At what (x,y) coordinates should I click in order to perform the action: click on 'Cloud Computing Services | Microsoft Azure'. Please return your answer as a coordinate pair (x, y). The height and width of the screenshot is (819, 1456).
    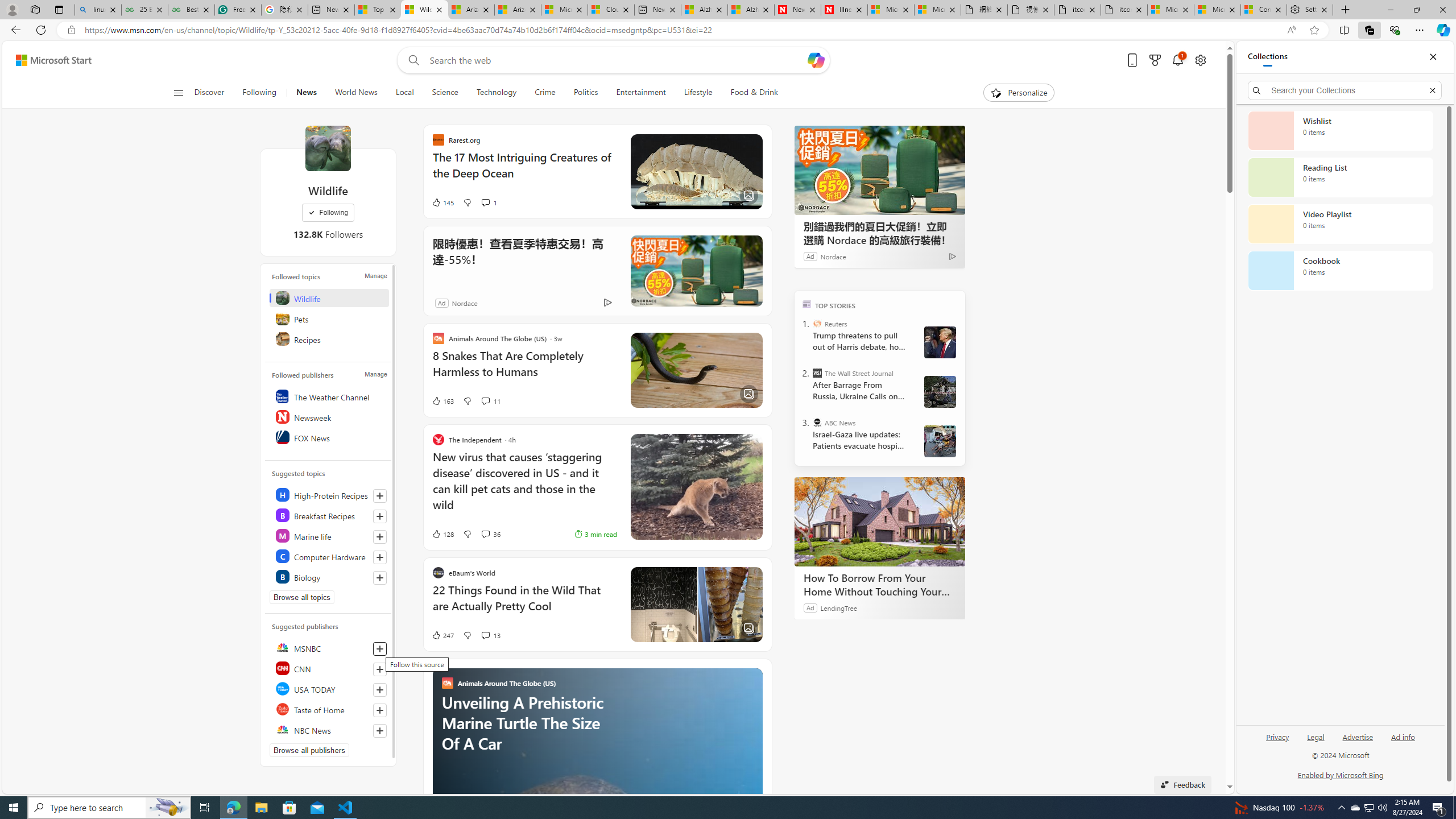
    Looking at the image, I should click on (610, 9).